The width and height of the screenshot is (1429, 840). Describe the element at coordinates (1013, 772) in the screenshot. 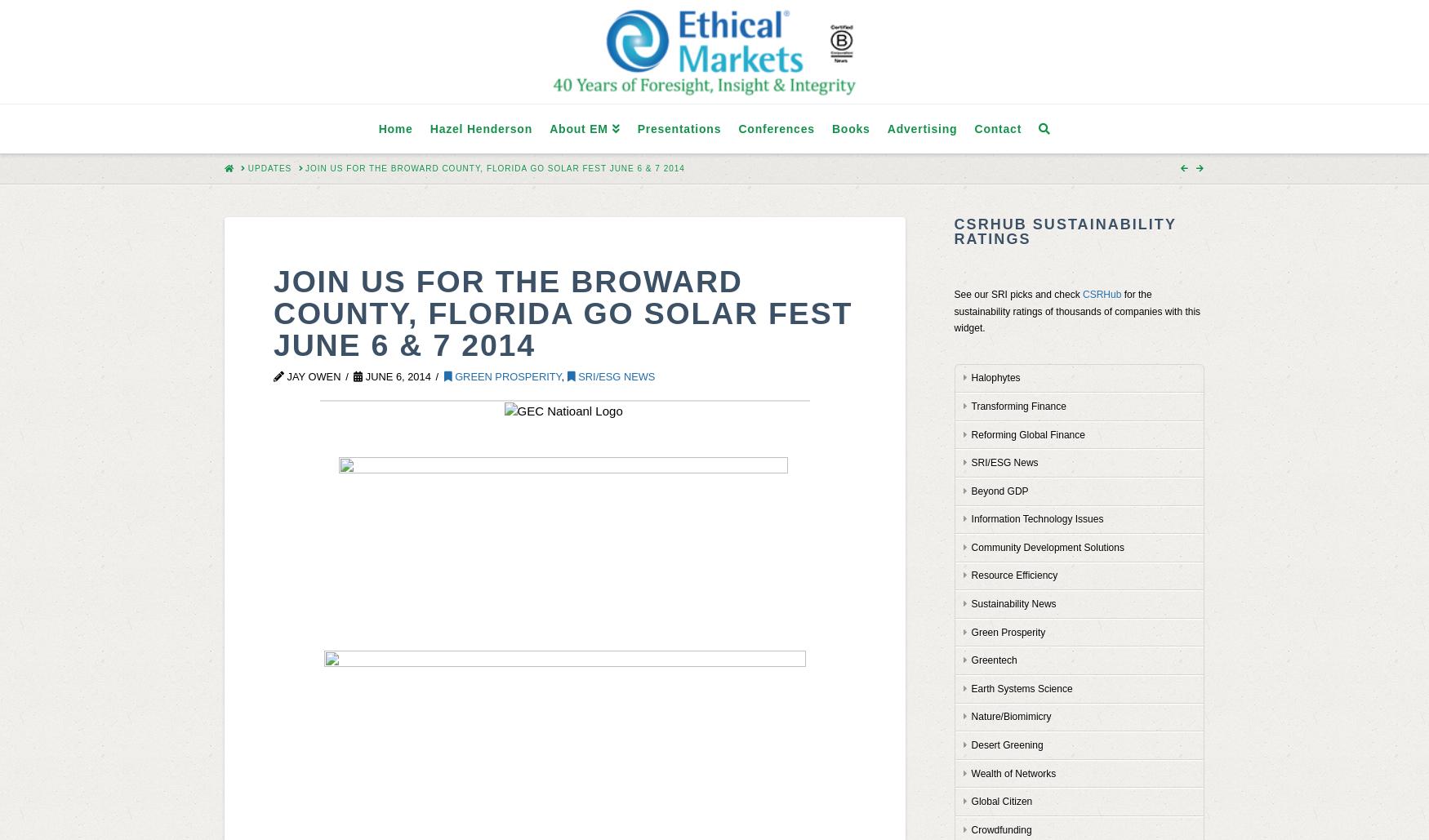

I see `'Wealth of Networks'` at that location.